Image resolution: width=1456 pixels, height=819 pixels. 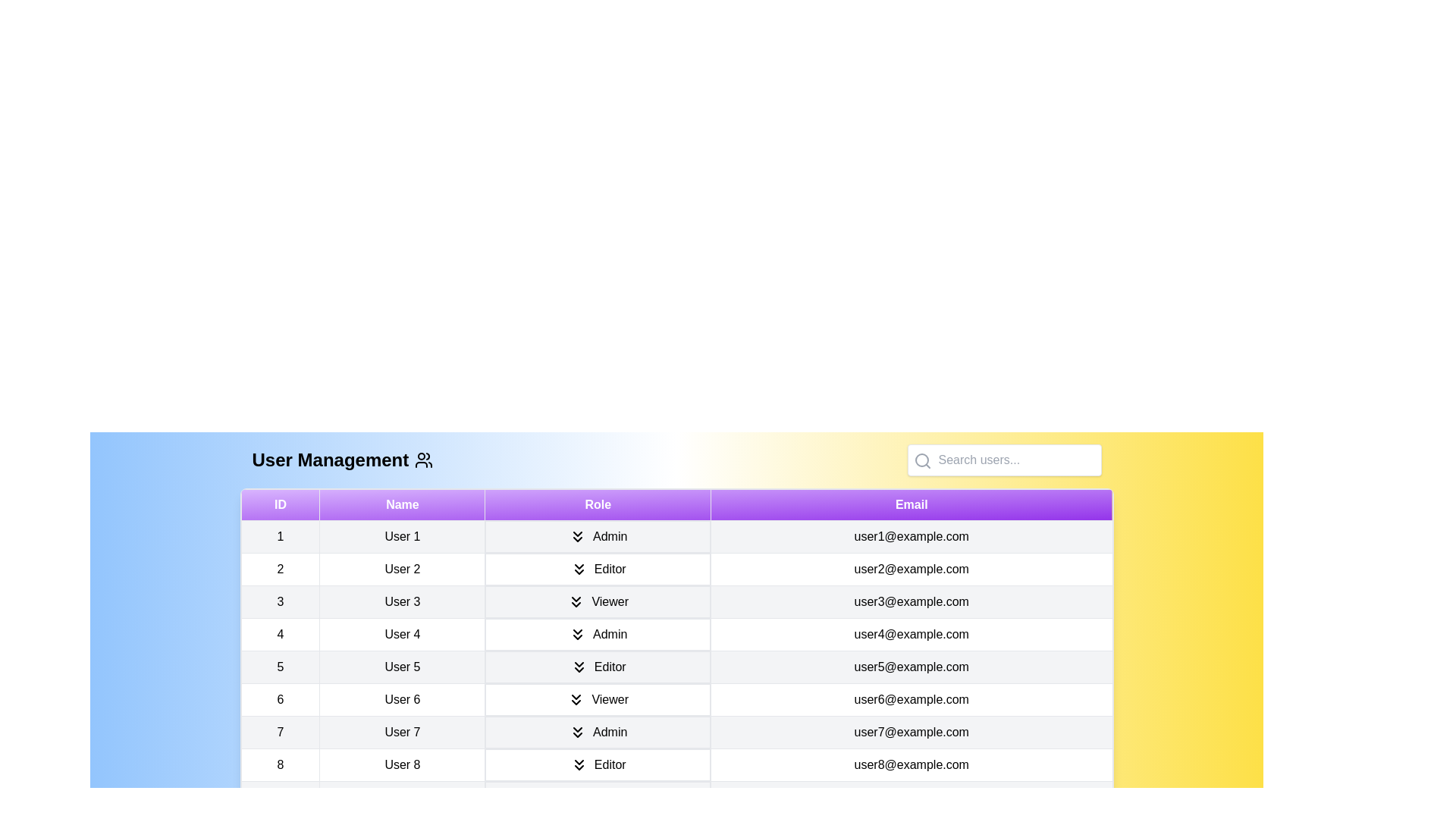 What do you see at coordinates (424, 459) in the screenshot?
I see `the user_management icon to trigger its interaction` at bounding box center [424, 459].